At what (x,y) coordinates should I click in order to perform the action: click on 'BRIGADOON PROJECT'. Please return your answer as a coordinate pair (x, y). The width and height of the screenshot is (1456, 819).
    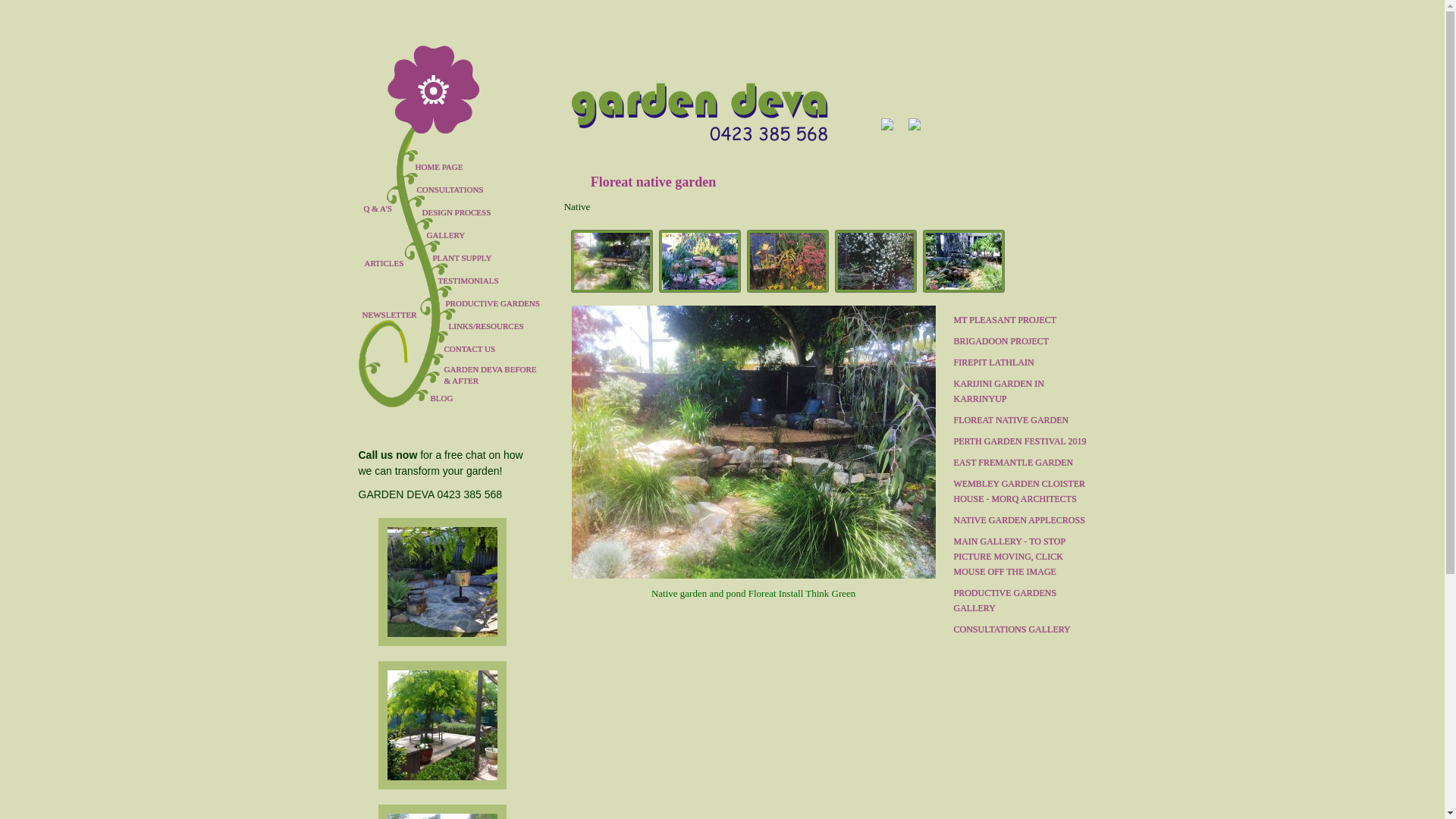
    Looking at the image, I should click on (1019, 341).